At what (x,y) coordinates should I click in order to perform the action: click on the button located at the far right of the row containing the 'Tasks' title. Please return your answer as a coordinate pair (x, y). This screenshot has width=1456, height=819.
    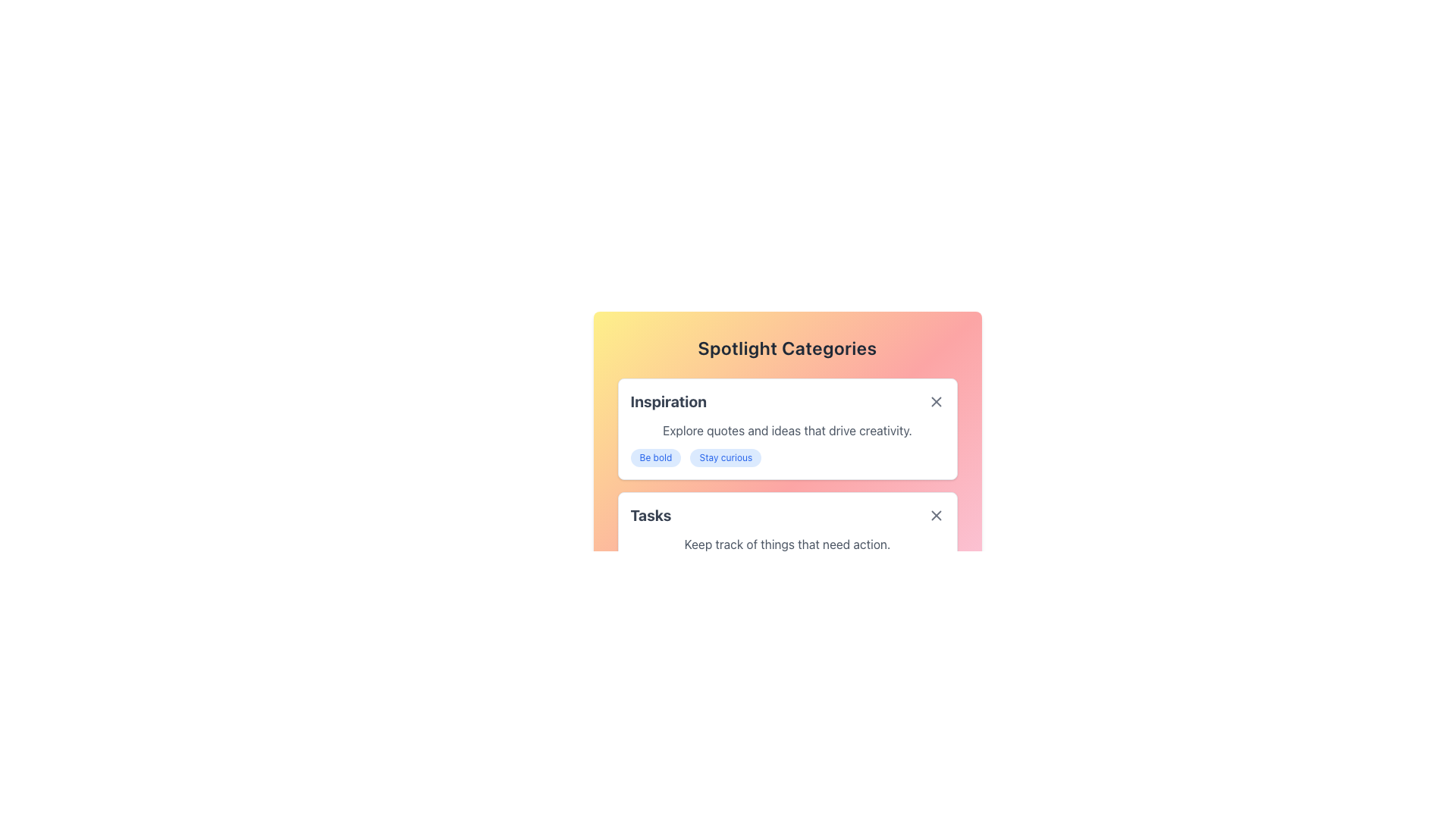
    Looking at the image, I should click on (935, 514).